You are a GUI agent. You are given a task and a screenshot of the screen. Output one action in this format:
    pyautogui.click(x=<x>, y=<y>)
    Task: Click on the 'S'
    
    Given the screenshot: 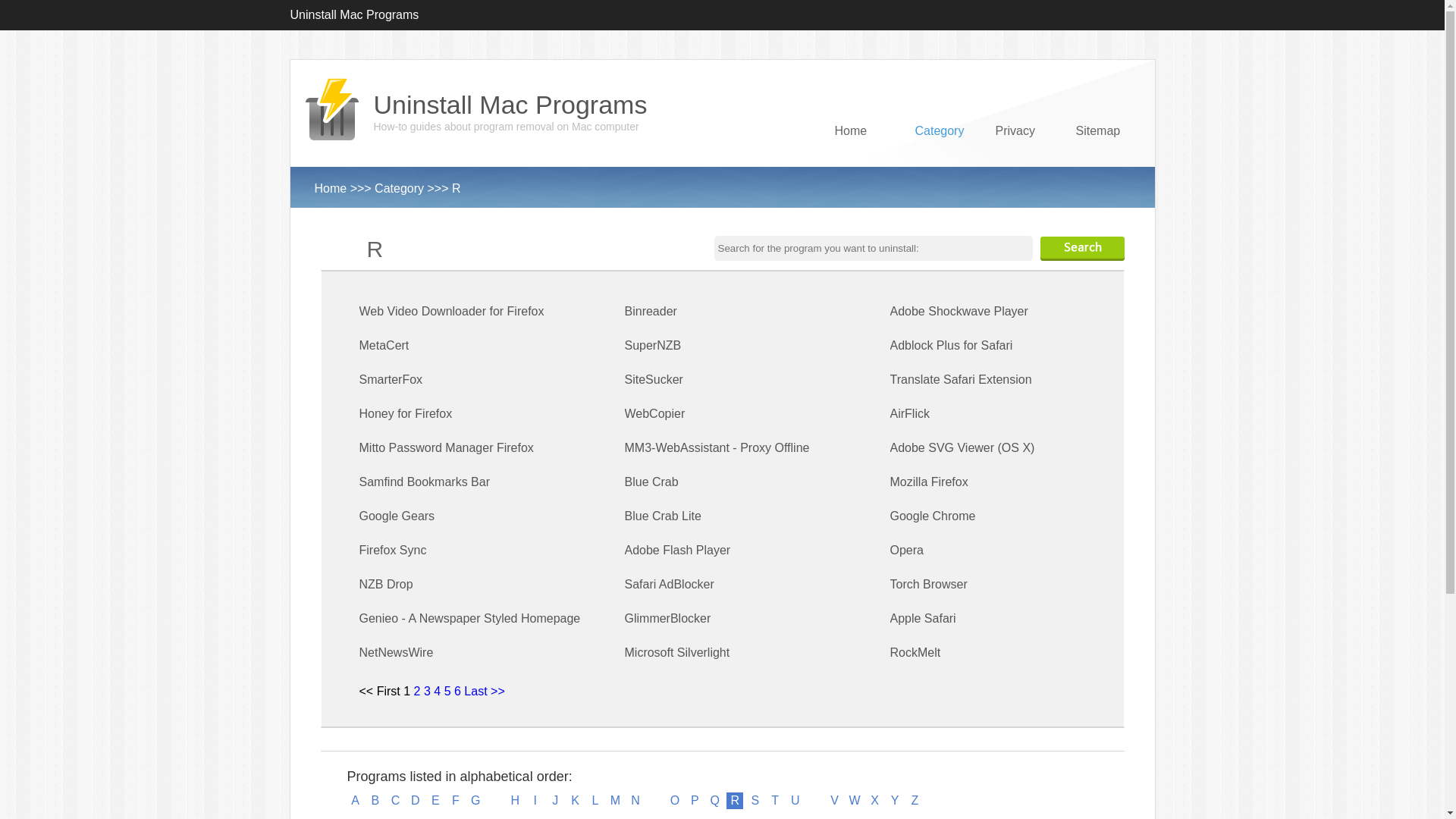 What is the action you would take?
    pyautogui.click(x=755, y=800)
    